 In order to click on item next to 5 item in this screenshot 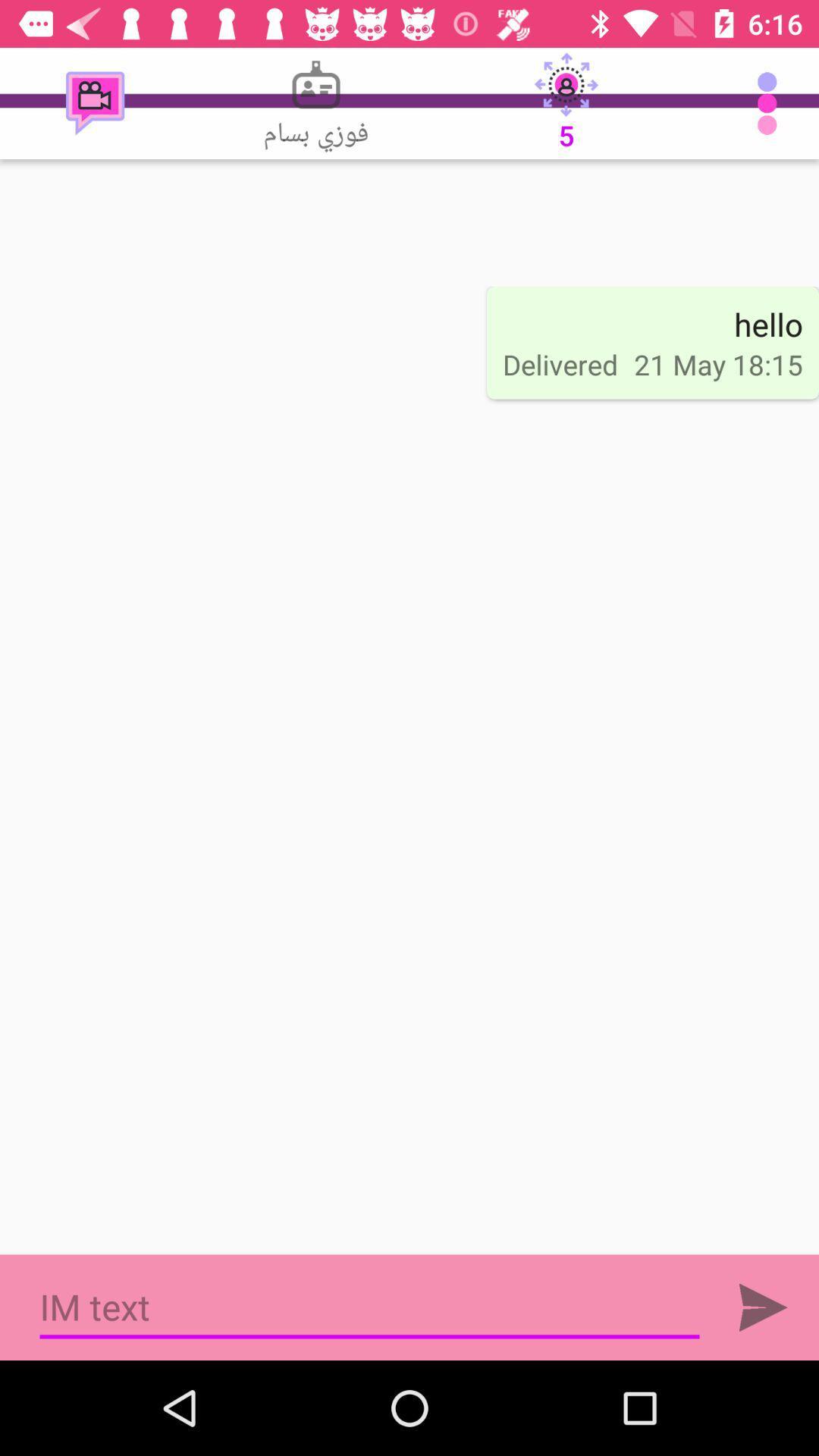, I will do `click(771, 102)`.